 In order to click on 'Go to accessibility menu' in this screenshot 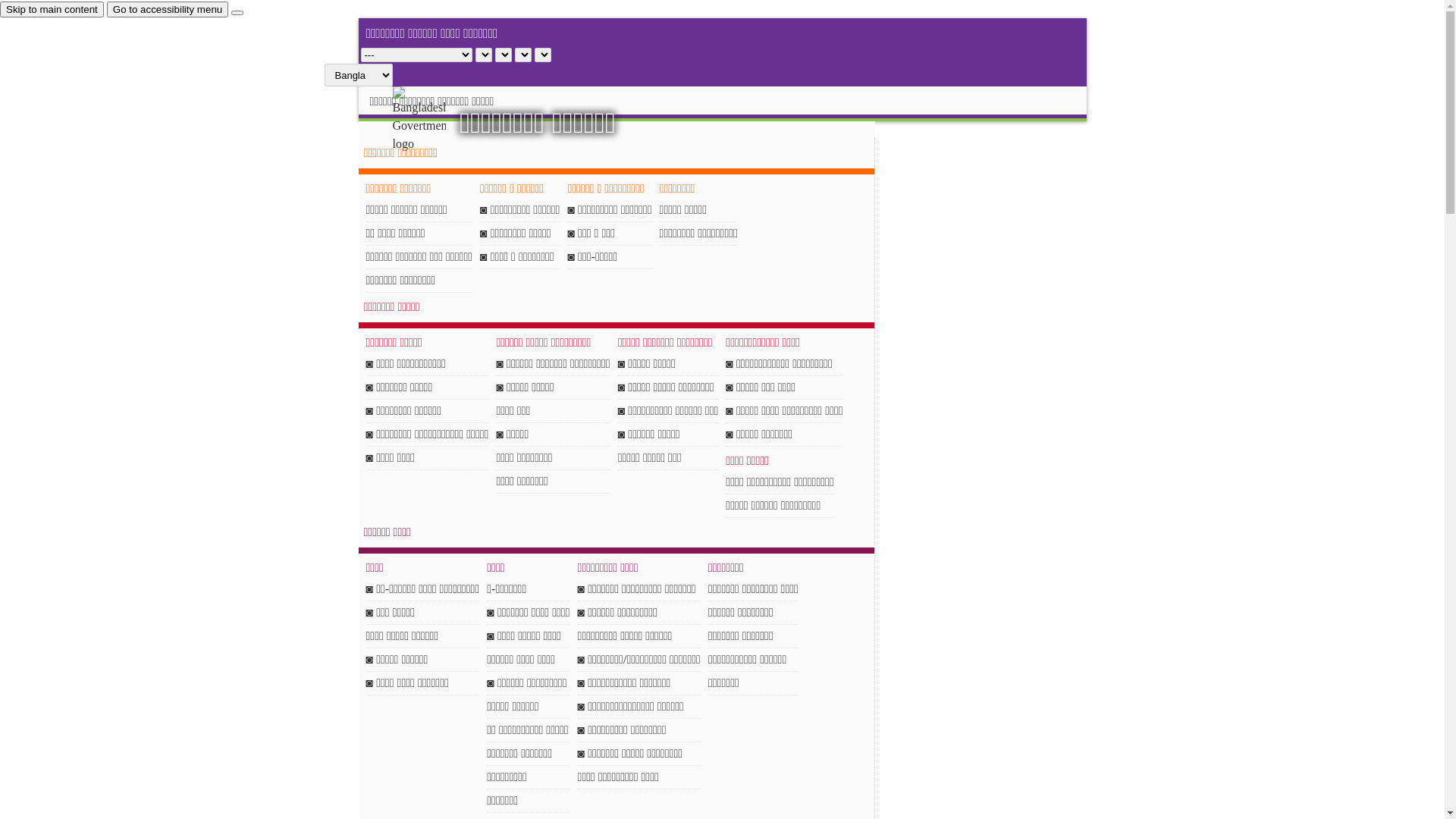, I will do `click(167, 9)`.